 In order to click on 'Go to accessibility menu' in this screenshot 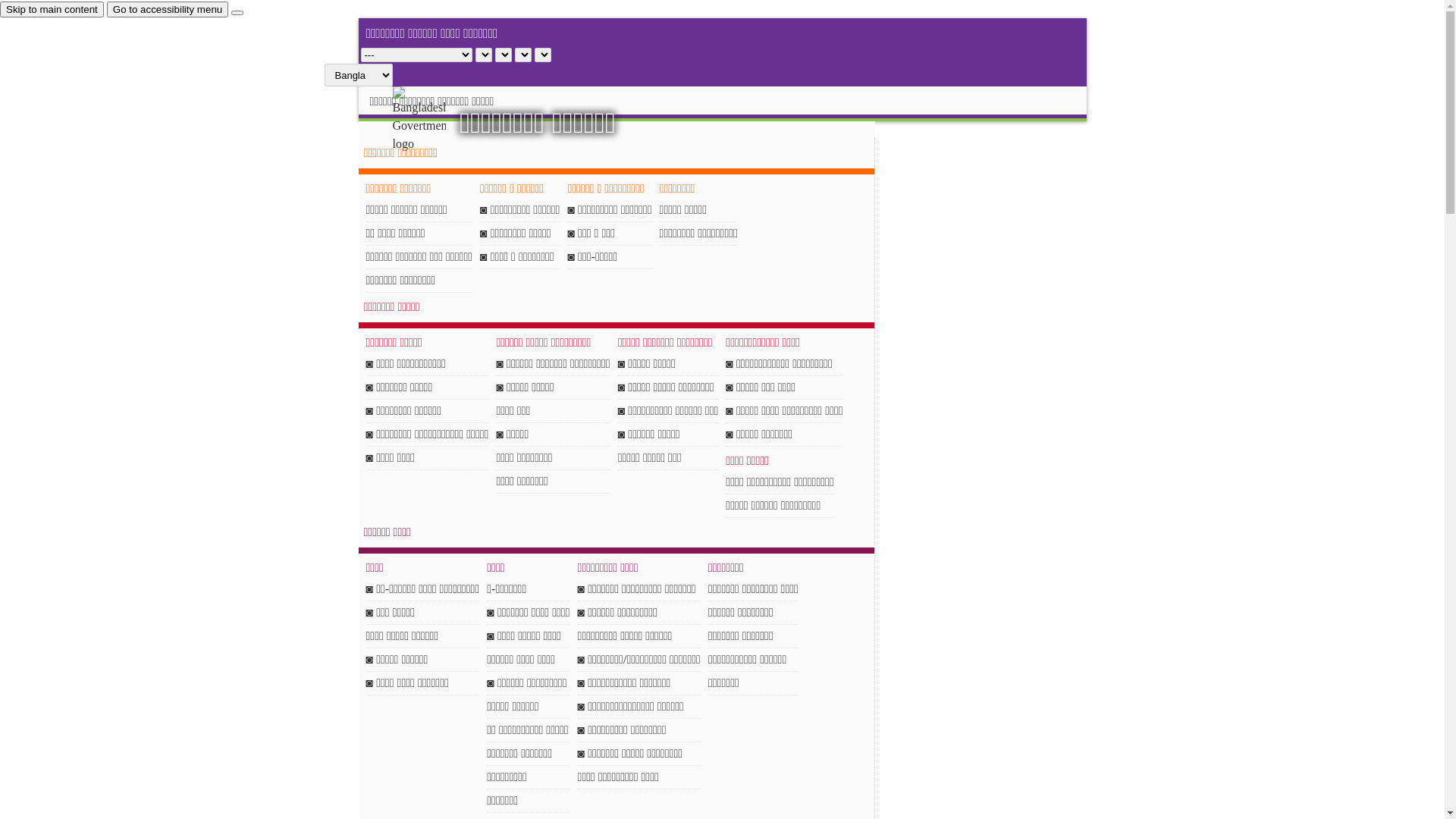, I will do `click(167, 9)`.